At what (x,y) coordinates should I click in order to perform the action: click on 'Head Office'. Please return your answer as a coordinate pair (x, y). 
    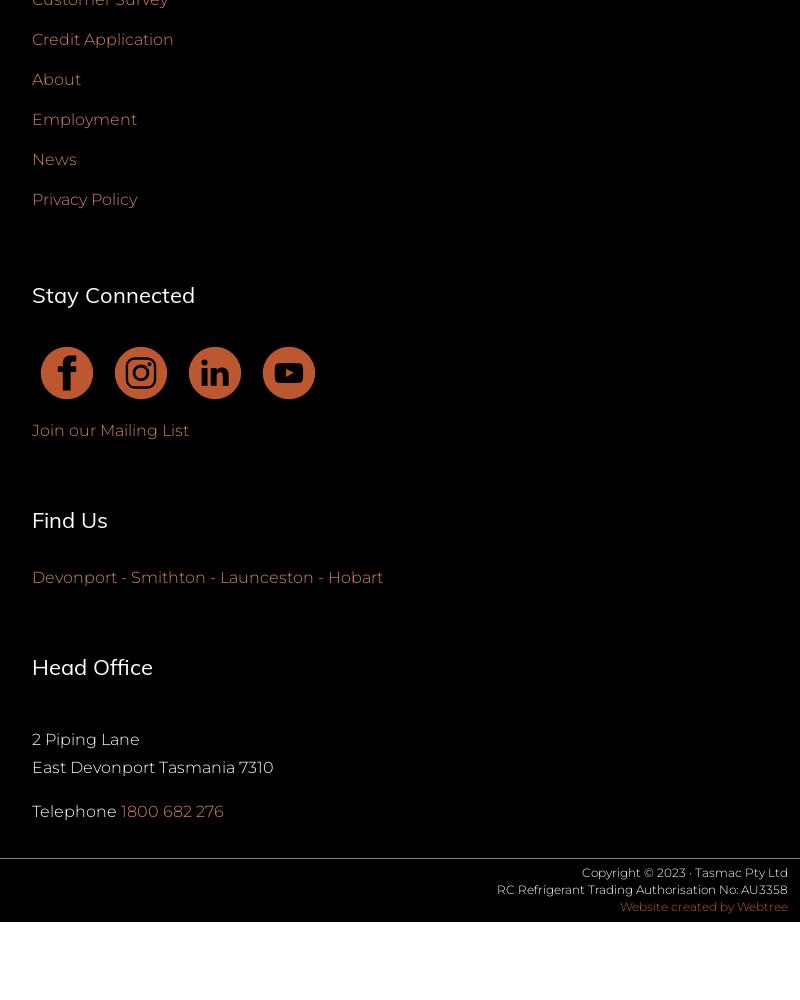
    Looking at the image, I should click on (92, 666).